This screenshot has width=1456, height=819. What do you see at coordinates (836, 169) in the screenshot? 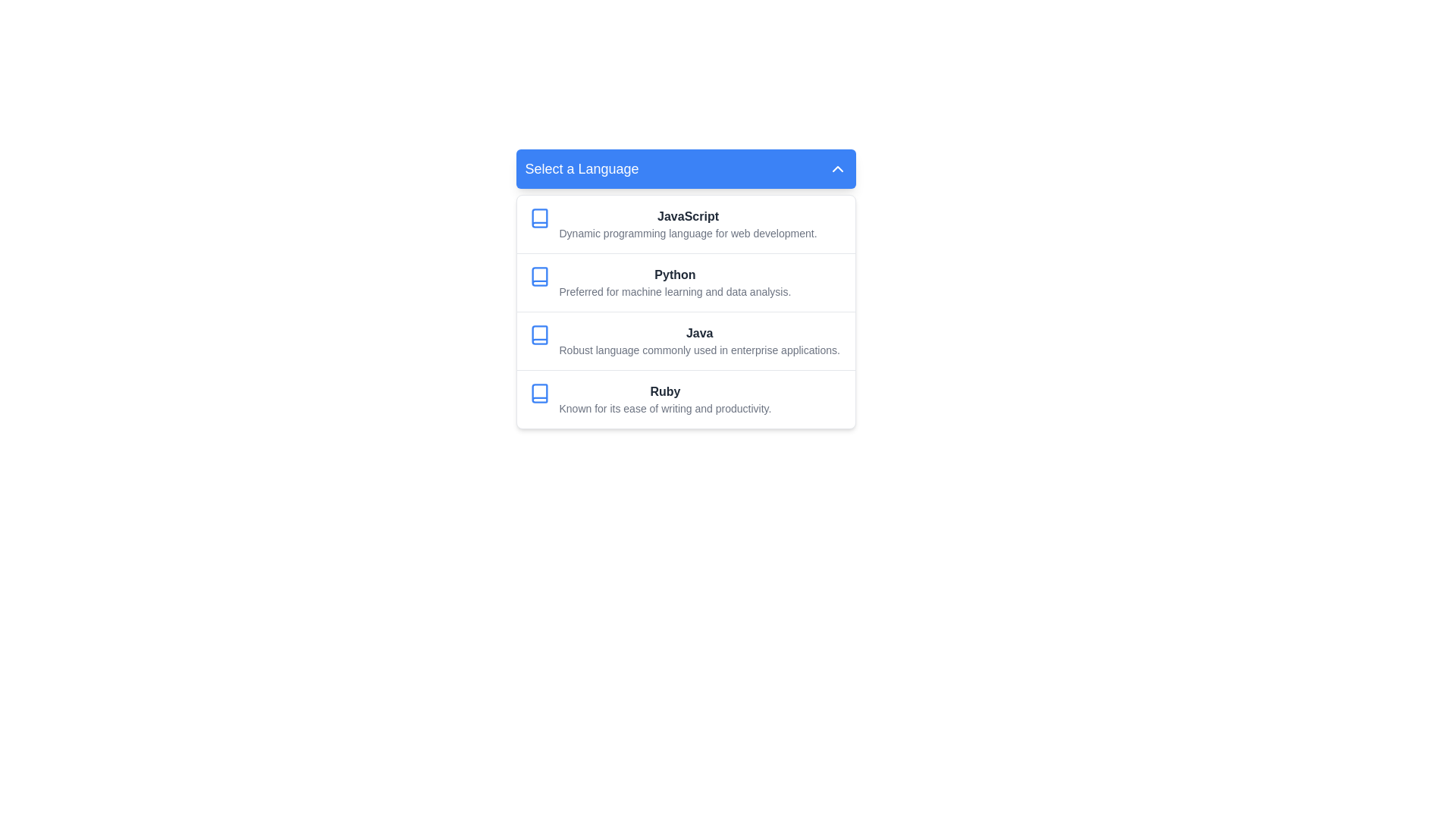
I see `the chevron icon located at the far right of the header bar titled 'Select a Language'` at bounding box center [836, 169].